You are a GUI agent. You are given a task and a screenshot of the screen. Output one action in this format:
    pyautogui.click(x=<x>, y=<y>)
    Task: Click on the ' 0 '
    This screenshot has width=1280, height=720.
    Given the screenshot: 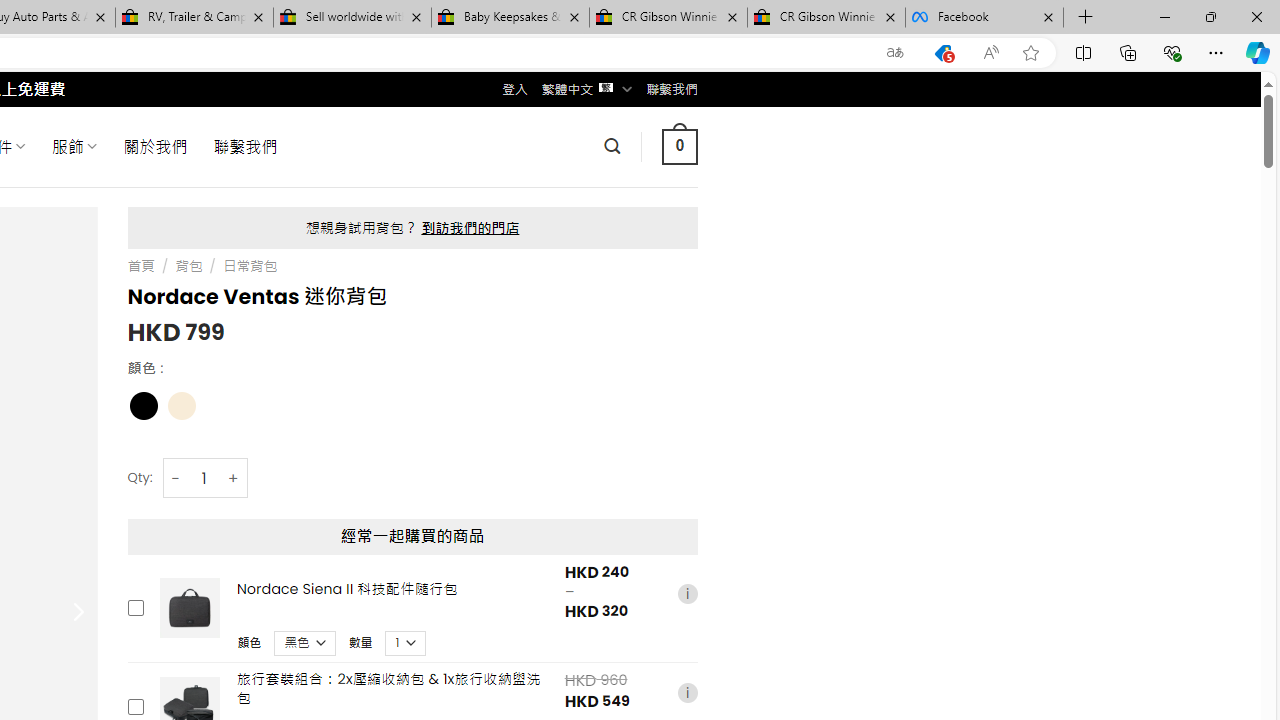 What is the action you would take?
    pyautogui.click(x=679, y=145)
    